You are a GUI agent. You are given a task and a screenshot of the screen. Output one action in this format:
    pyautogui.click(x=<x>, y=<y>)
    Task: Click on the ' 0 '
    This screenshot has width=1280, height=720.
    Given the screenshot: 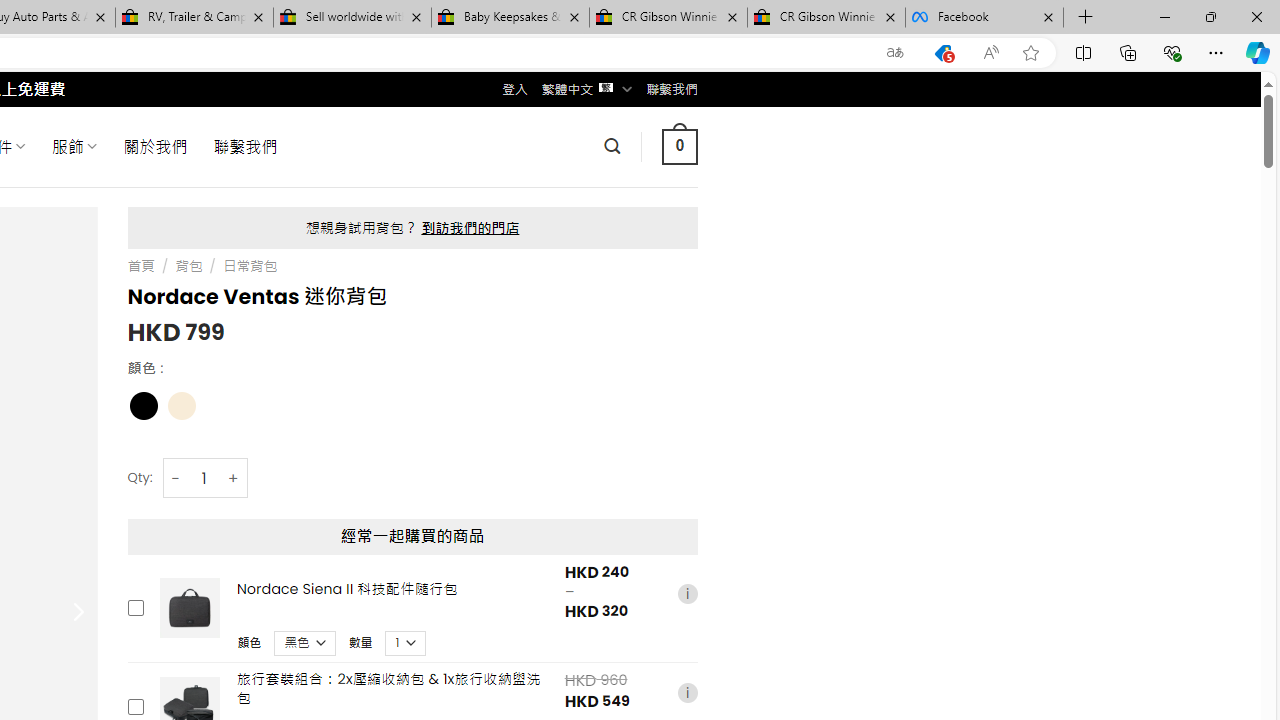 What is the action you would take?
    pyautogui.click(x=679, y=145)
    